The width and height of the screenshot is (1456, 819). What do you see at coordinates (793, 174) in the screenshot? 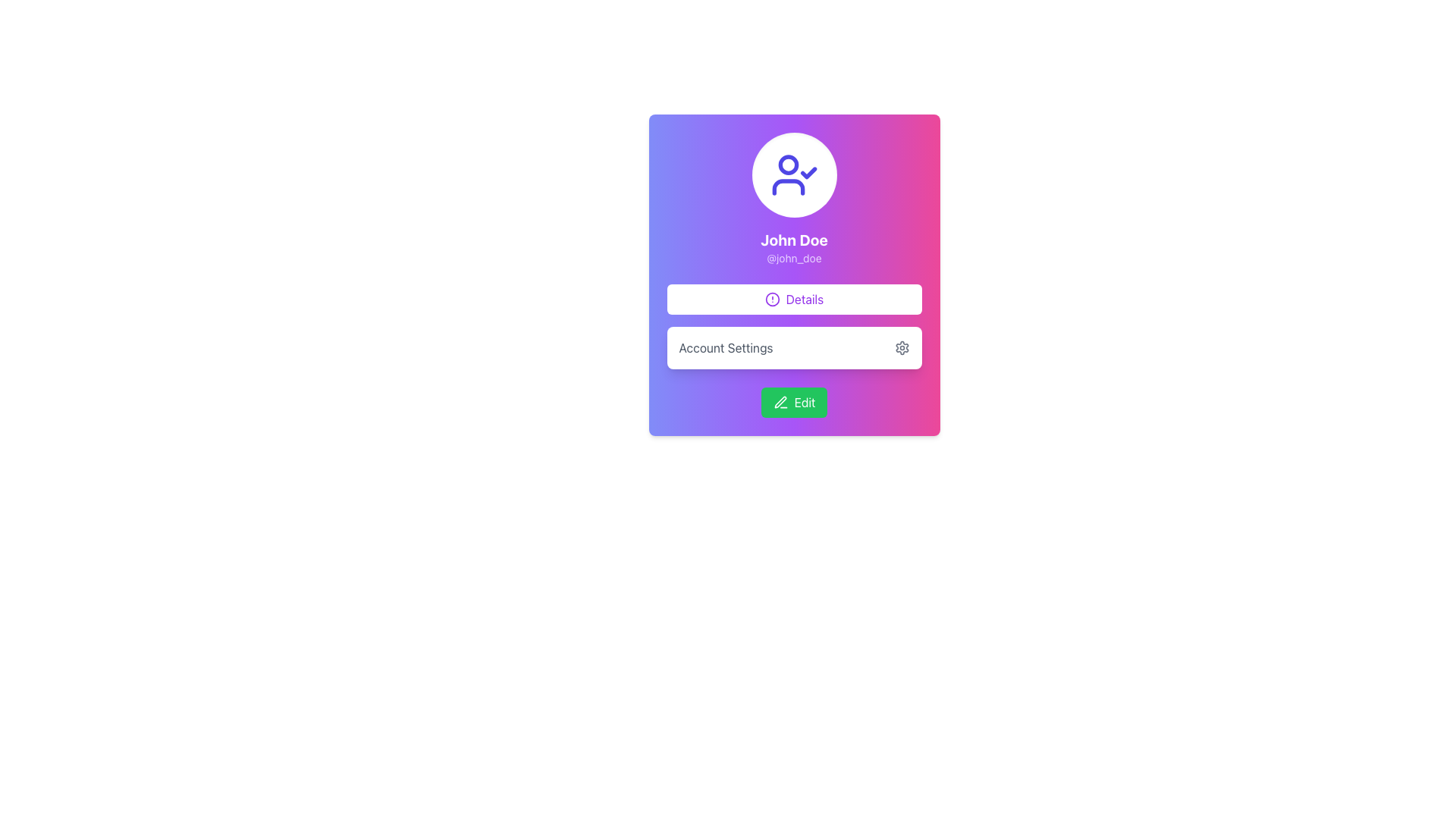
I see `SVG icon representing a user with a checkmark overlay, which is styled with purple coloring and located at the center of the circular area in the top section of the card layout` at bounding box center [793, 174].